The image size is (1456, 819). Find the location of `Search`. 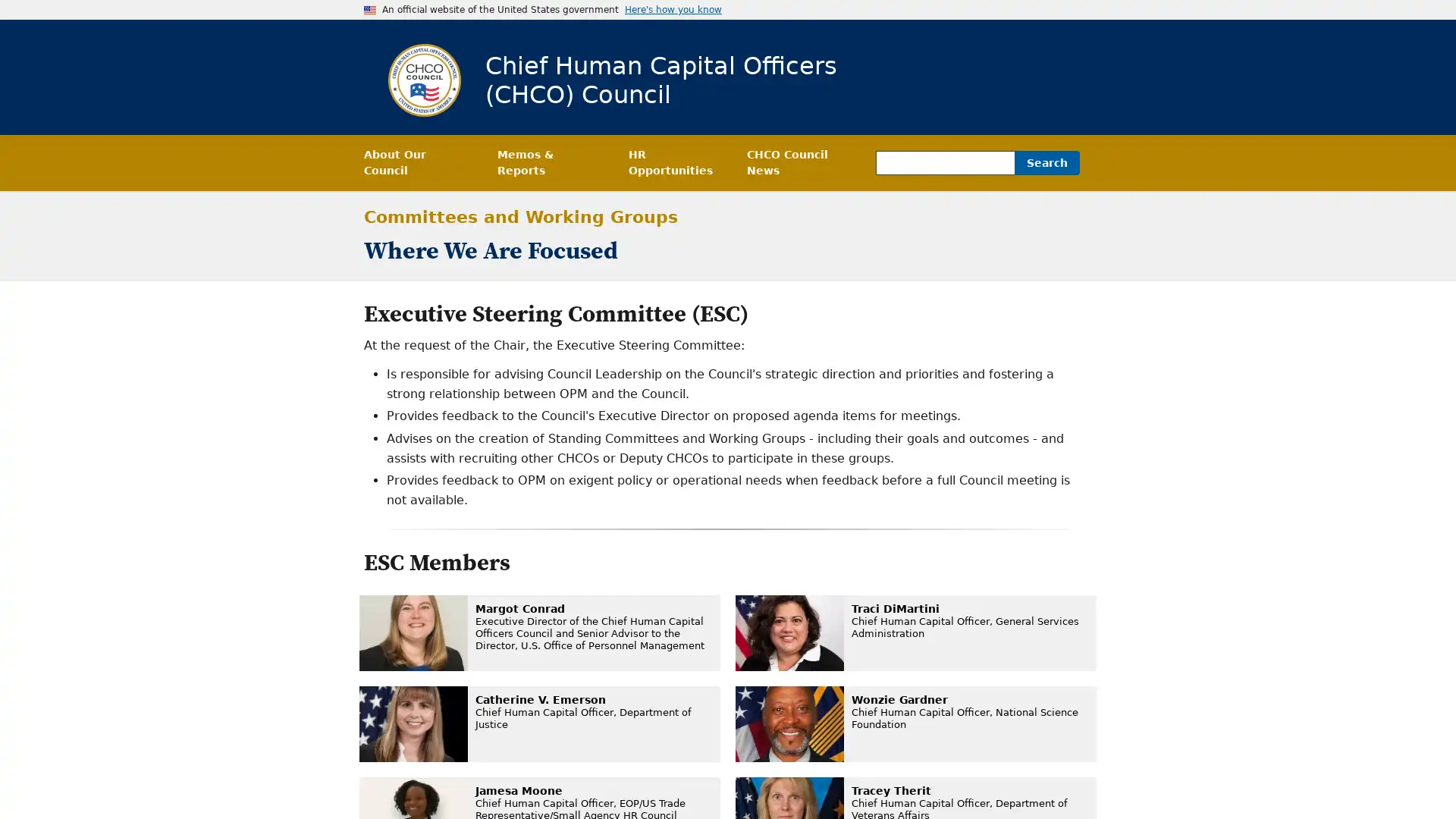

Search is located at coordinates (1046, 163).